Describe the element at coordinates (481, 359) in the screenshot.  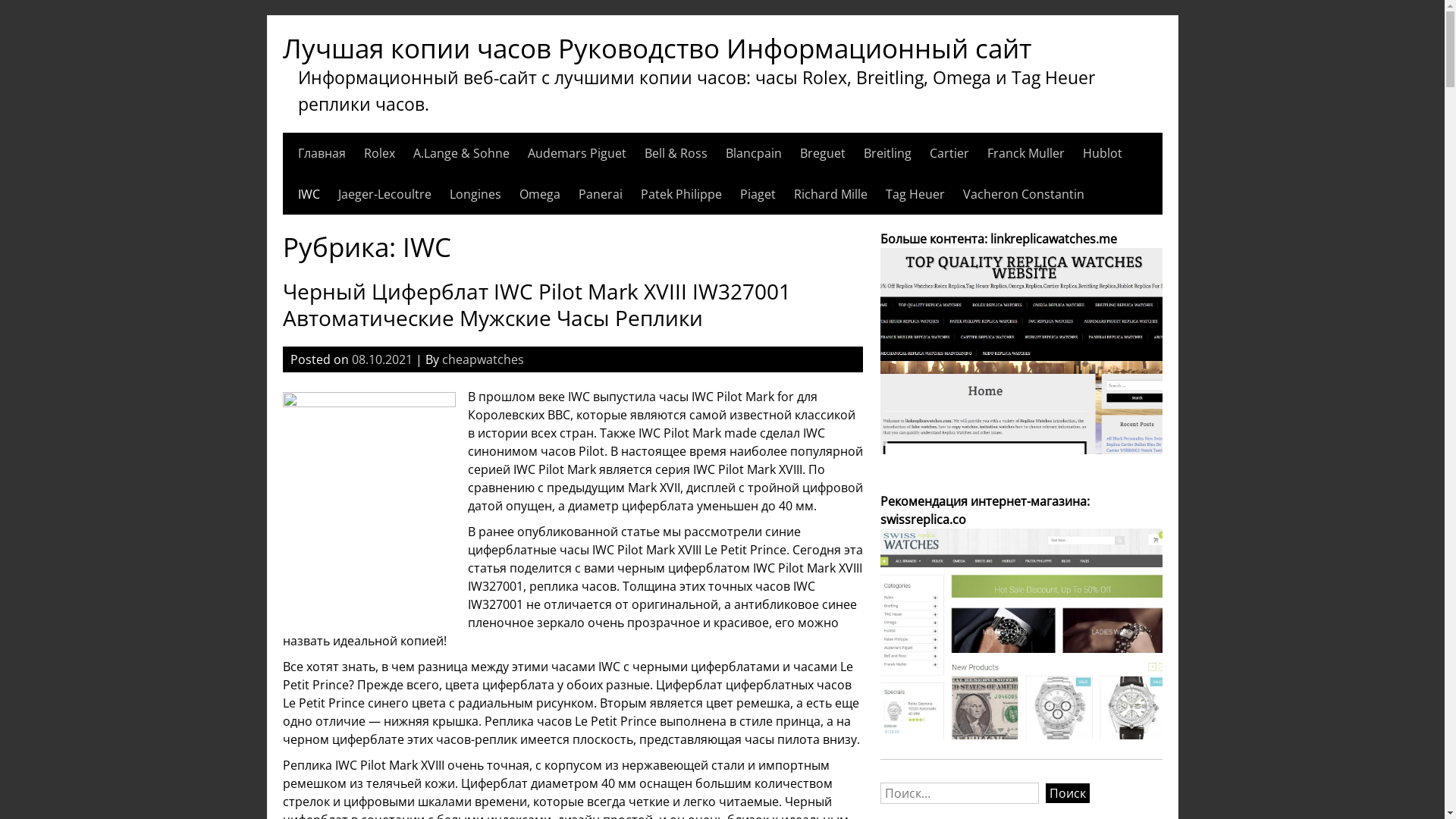
I see `'cheapwatches'` at that location.